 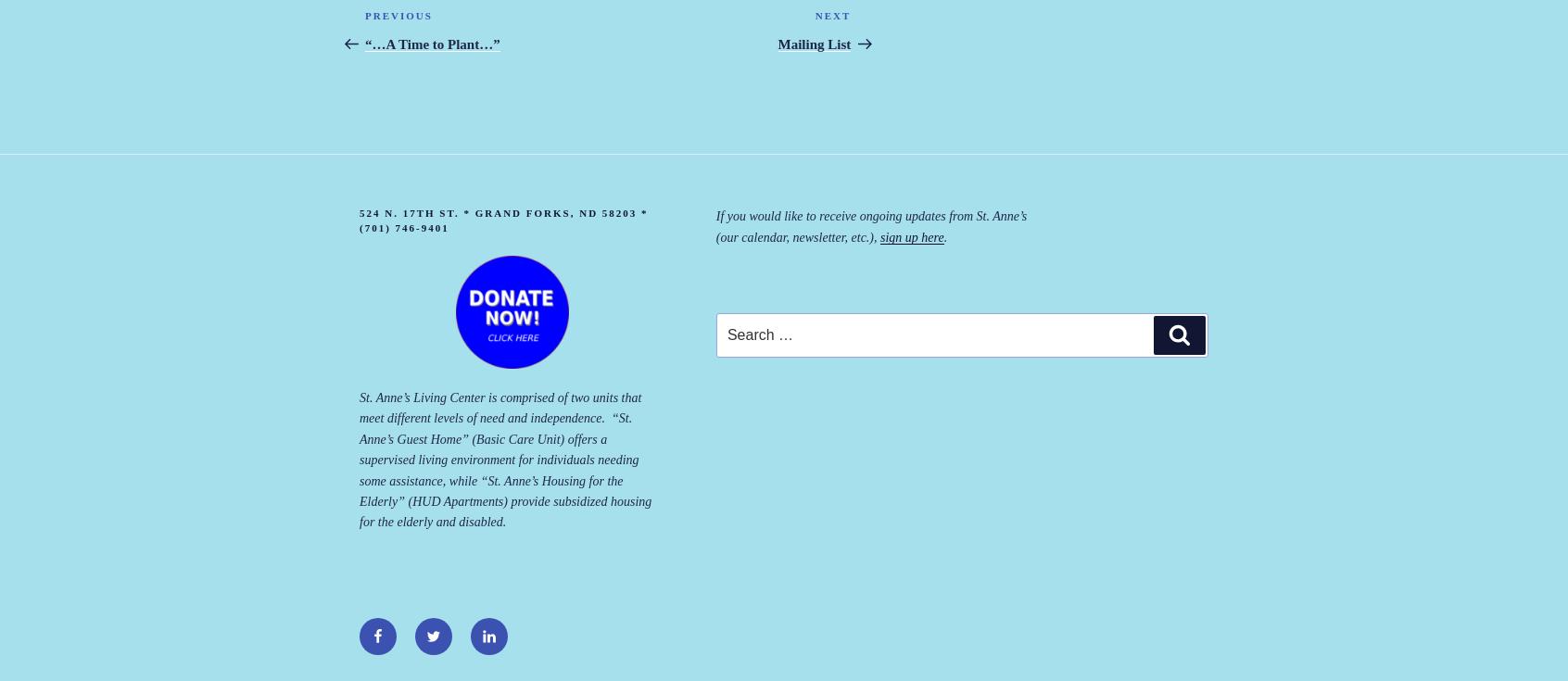 What do you see at coordinates (871, 215) in the screenshot?
I see `'If you would like to receive ongoing updates from St. Anne’s'` at bounding box center [871, 215].